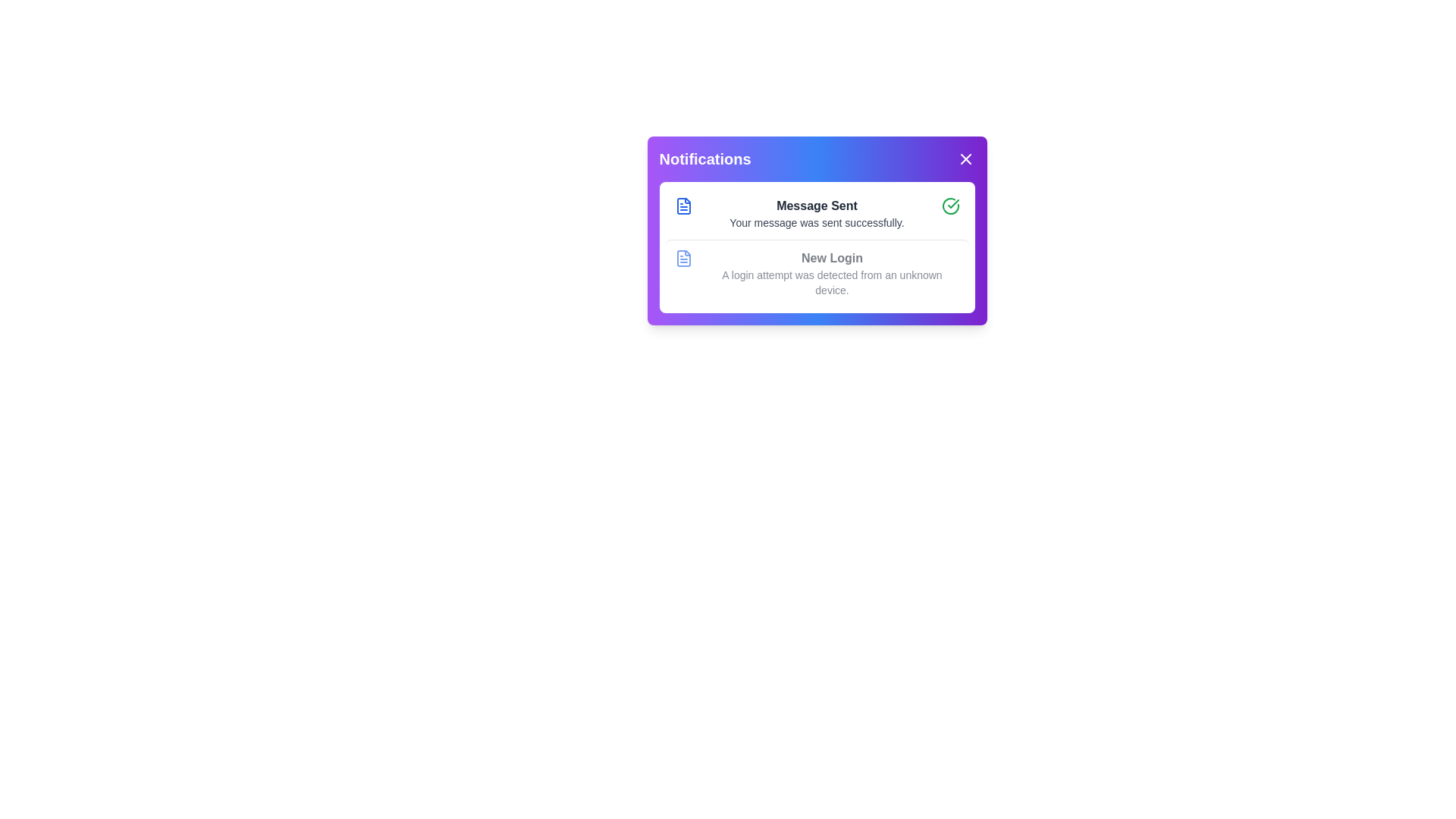 This screenshot has width=1456, height=819. Describe the element at coordinates (816, 246) in the screenshot. I see `messages from the Notification Panel, which includes notifications titled 'Message Sent' and 'New Login'` at that location.